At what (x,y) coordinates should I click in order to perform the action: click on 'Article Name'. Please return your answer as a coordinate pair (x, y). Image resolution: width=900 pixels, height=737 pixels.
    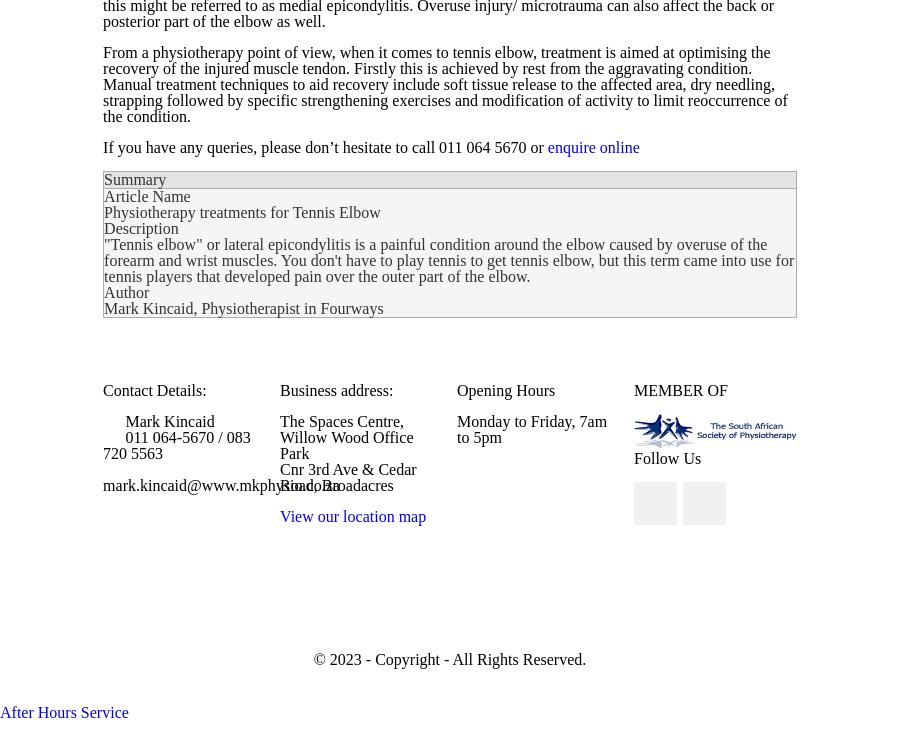
    Looking at the image, I should click on (146, 195).